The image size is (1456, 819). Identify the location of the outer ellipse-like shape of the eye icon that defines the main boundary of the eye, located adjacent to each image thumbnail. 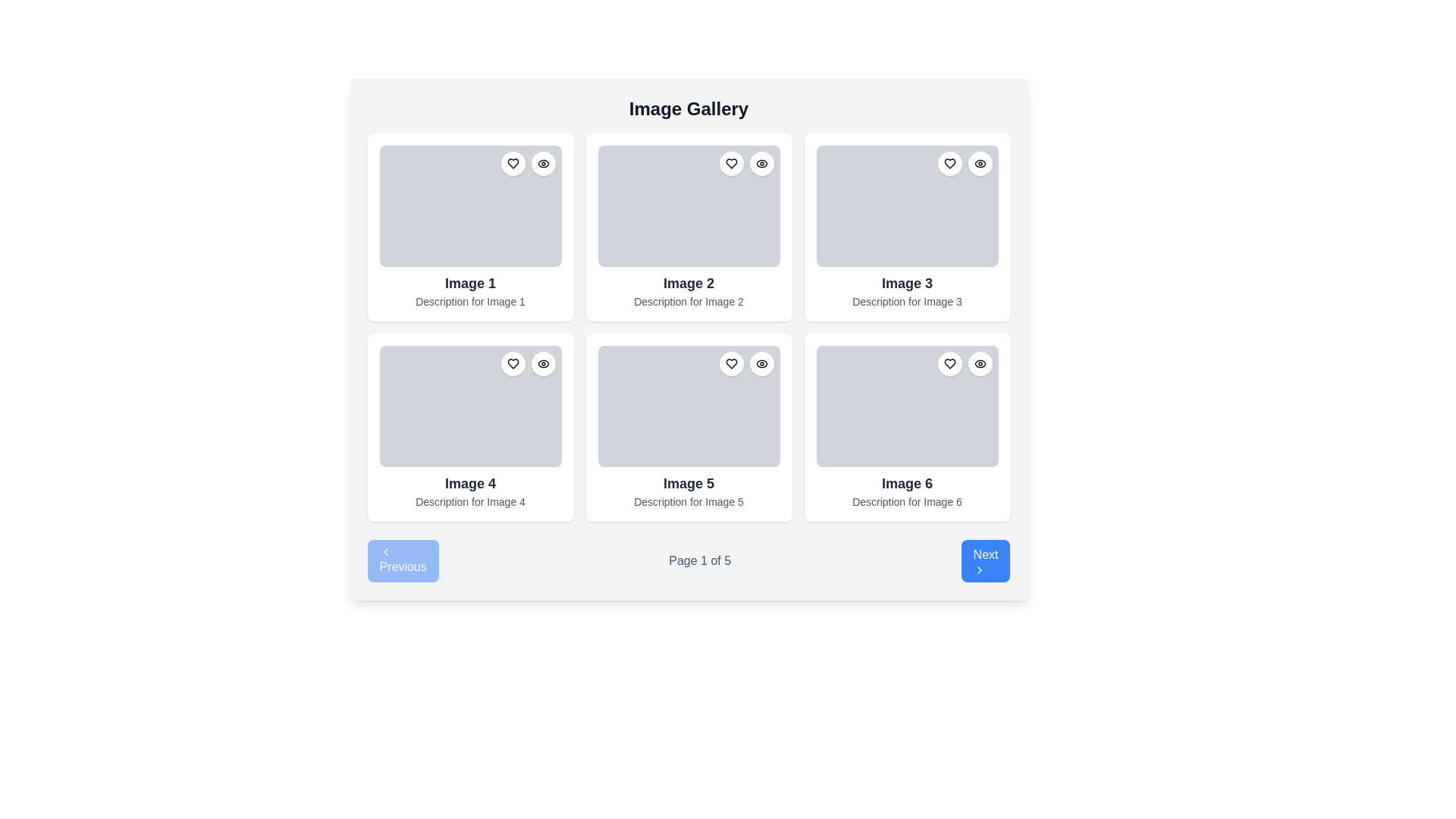
(543, 363).